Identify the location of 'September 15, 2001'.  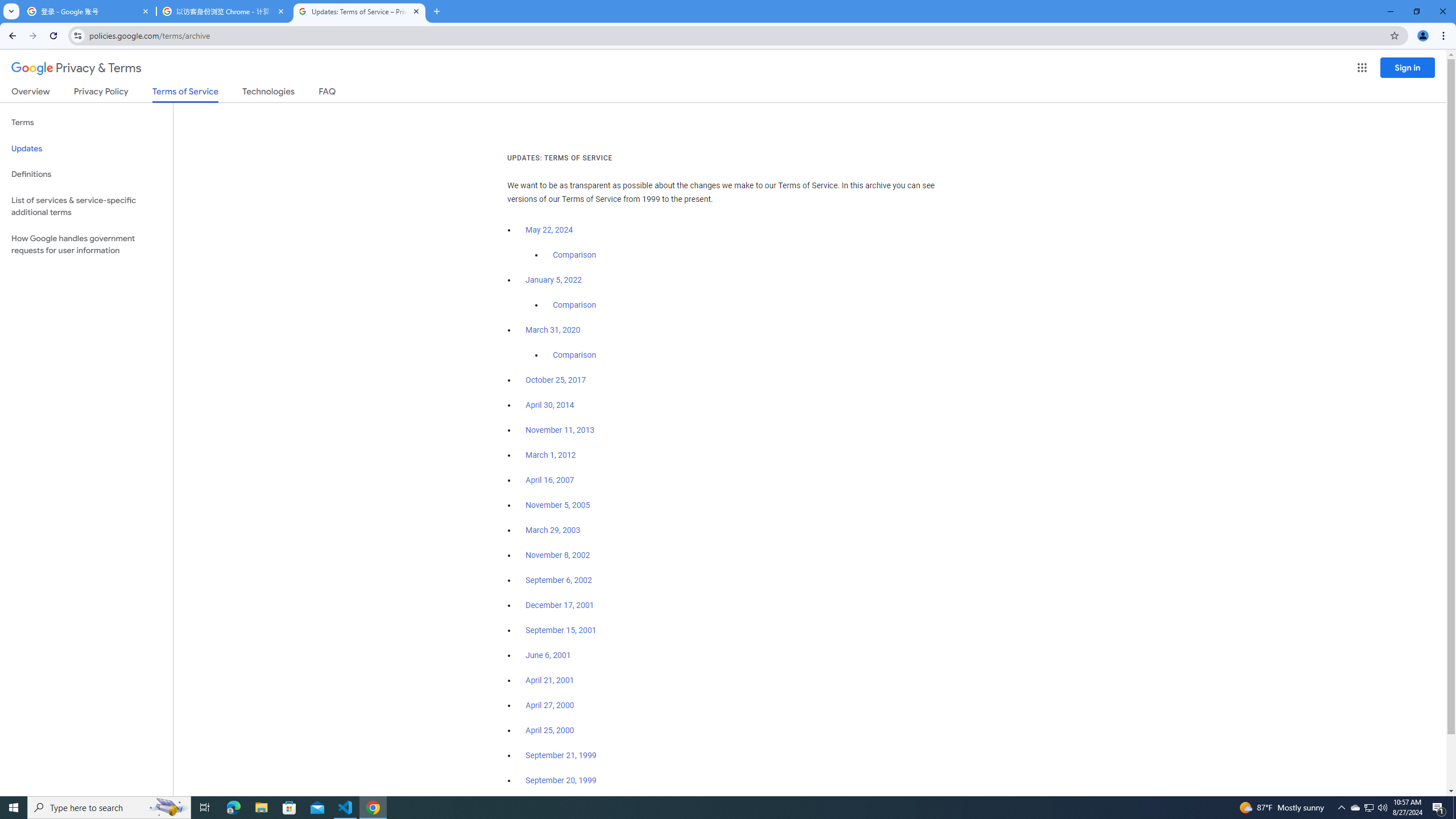
(561, 630).